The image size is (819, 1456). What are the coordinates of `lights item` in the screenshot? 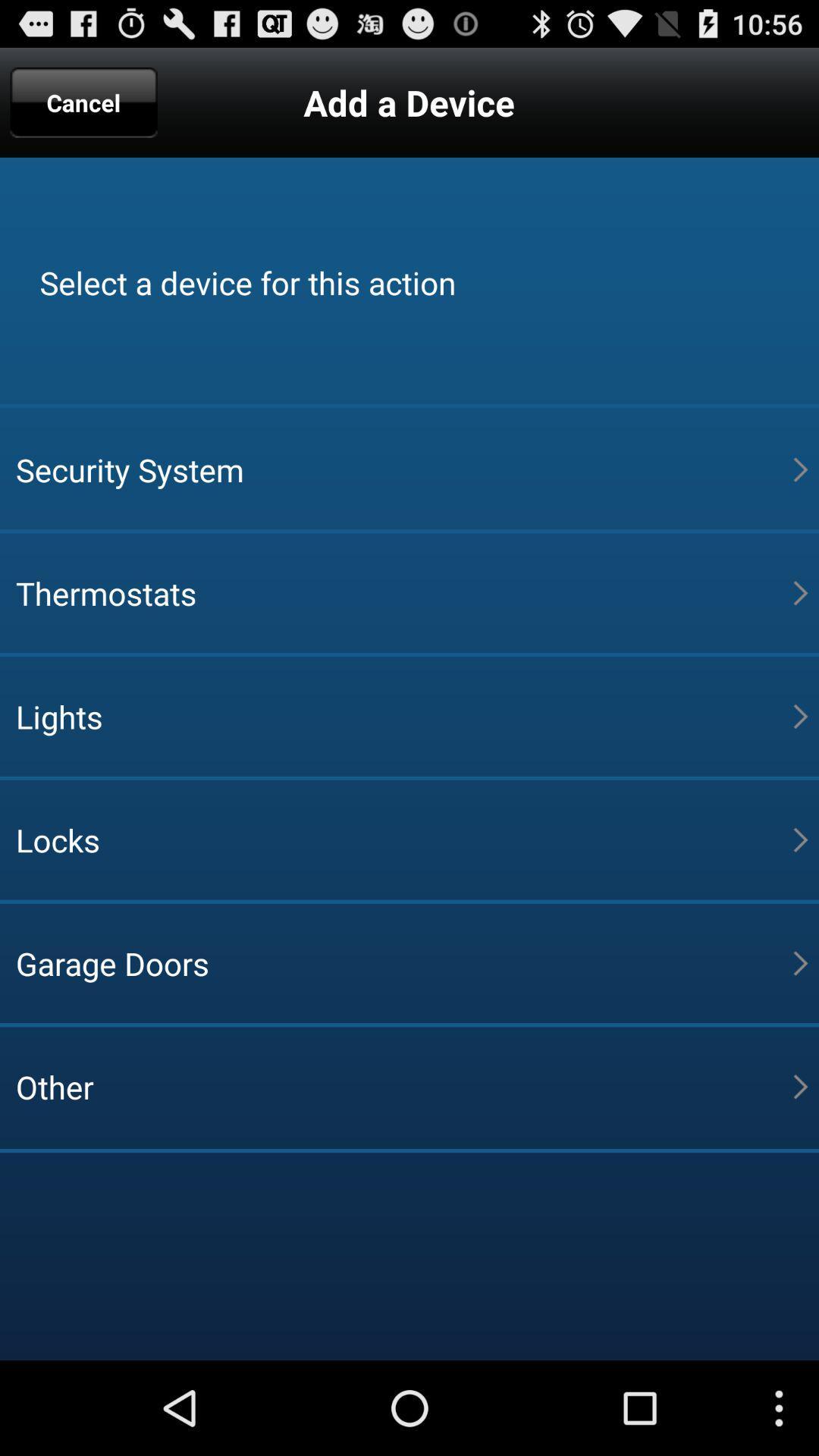 It's located at (403, 716).